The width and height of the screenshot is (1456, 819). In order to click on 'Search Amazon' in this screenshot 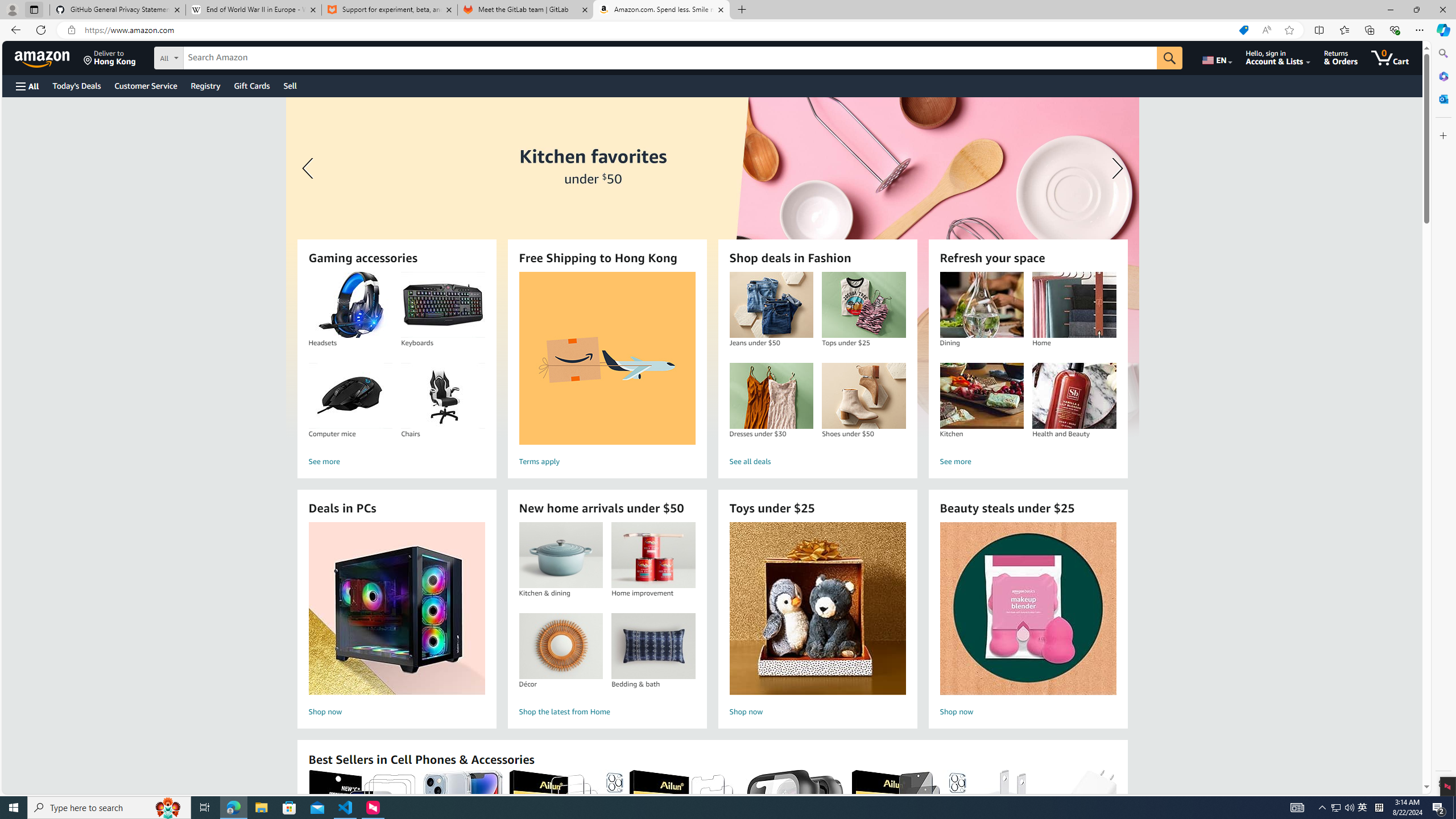, I will do `click(670, 58)`.